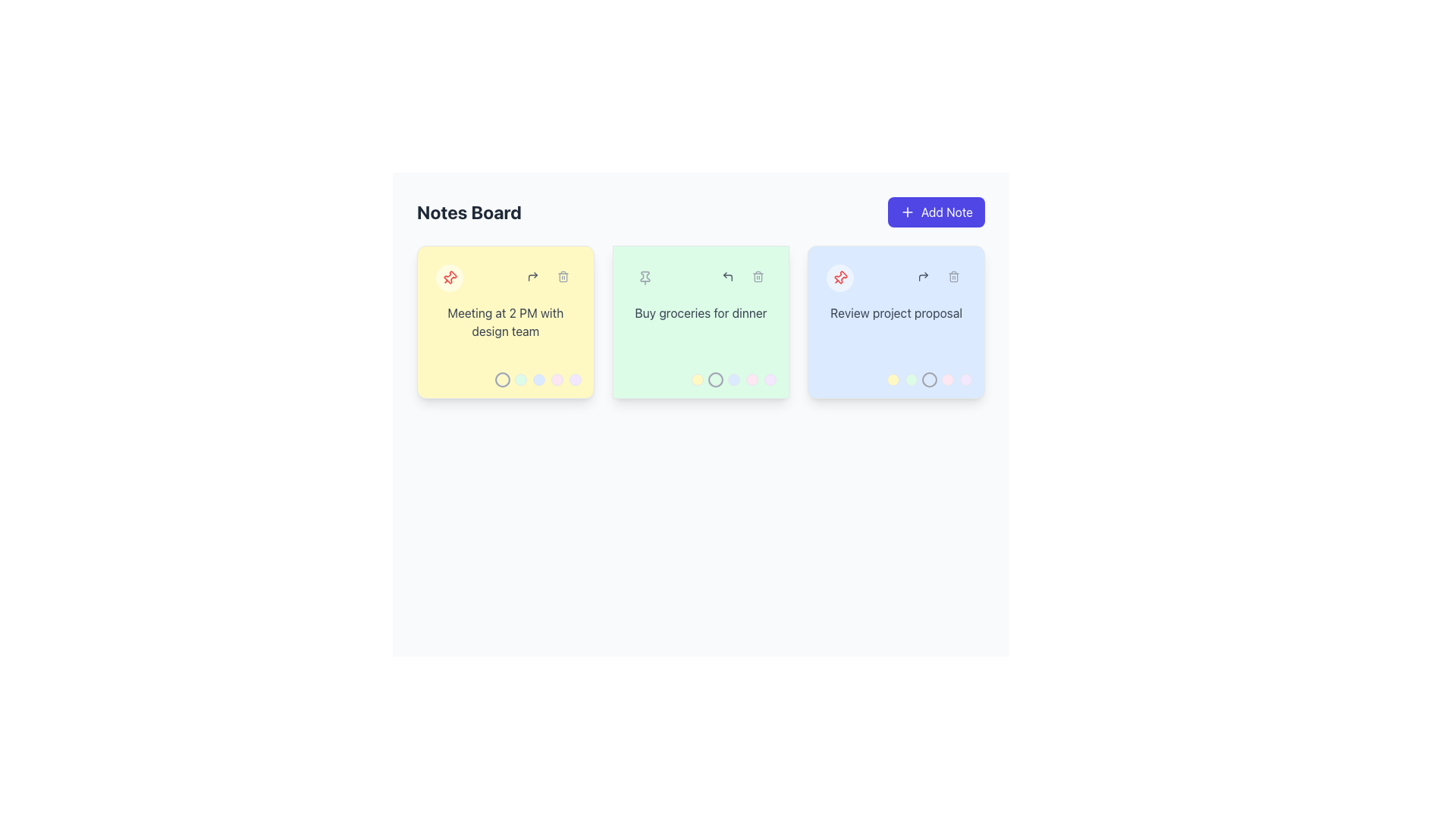  Describe the element at coordinates (923, 277) in the screenshot. I see `the upward right-pointing gray arrow icon located at the top-right corner of the third blue note card in the Notes Board` at that location.